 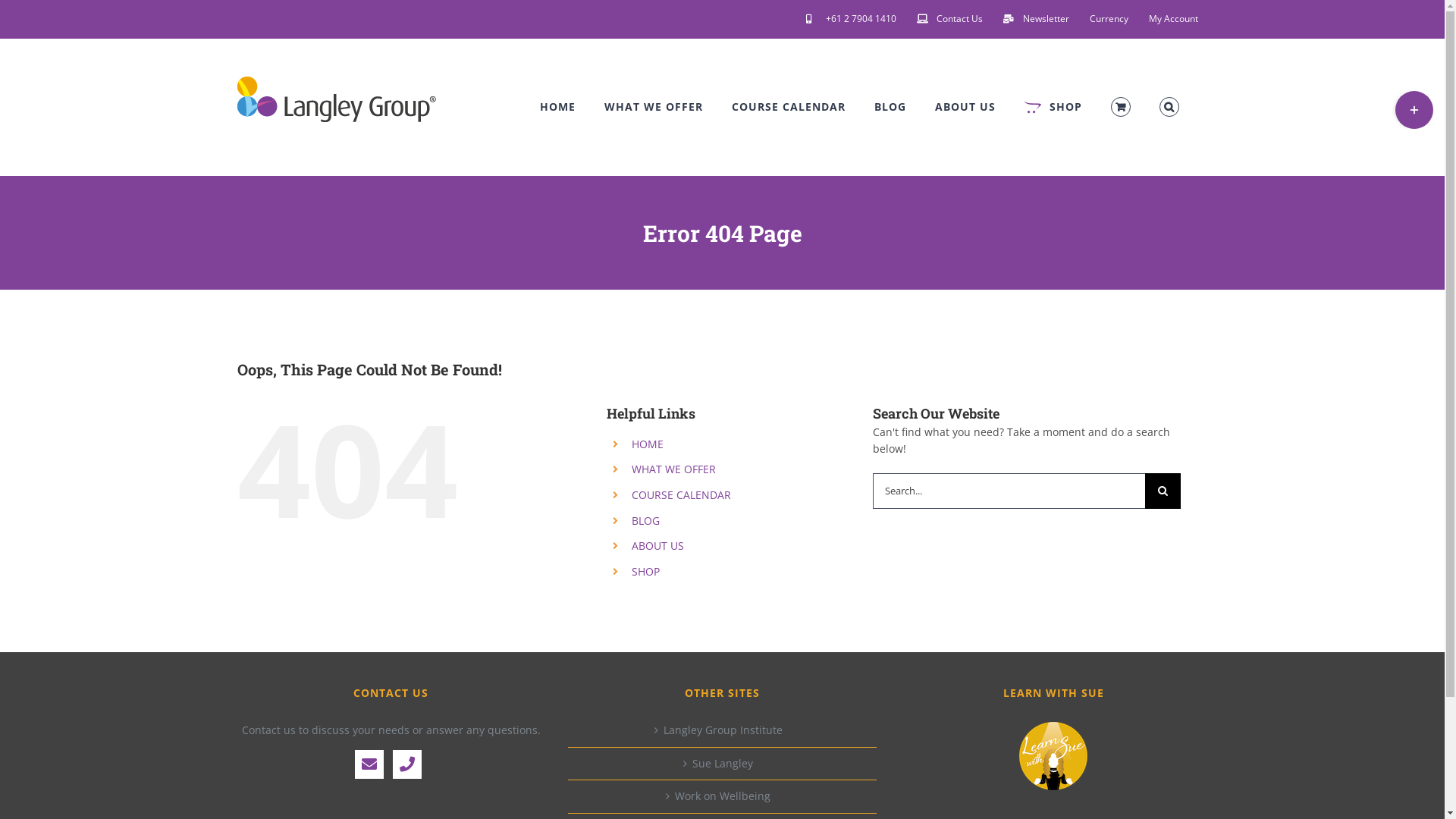 I want to click on 'Langley Group Institute', so click(x=722, y=730).